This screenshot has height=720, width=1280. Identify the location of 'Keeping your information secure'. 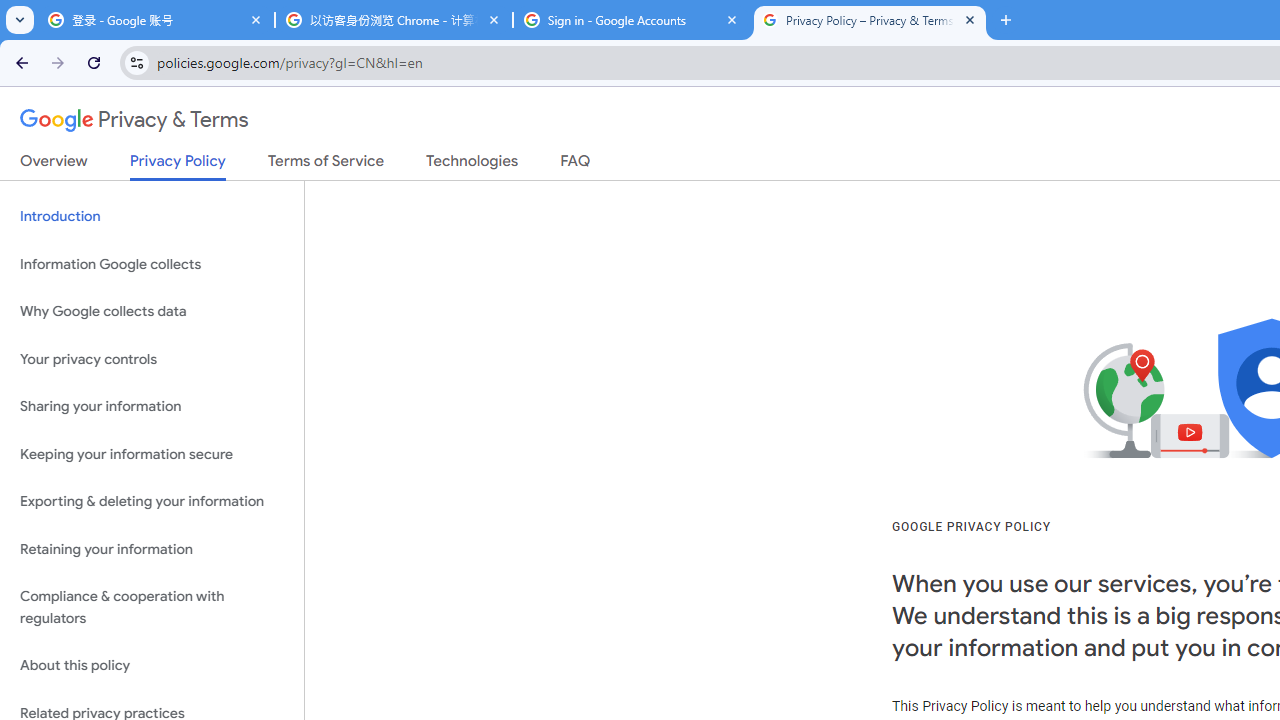
(151, 454).